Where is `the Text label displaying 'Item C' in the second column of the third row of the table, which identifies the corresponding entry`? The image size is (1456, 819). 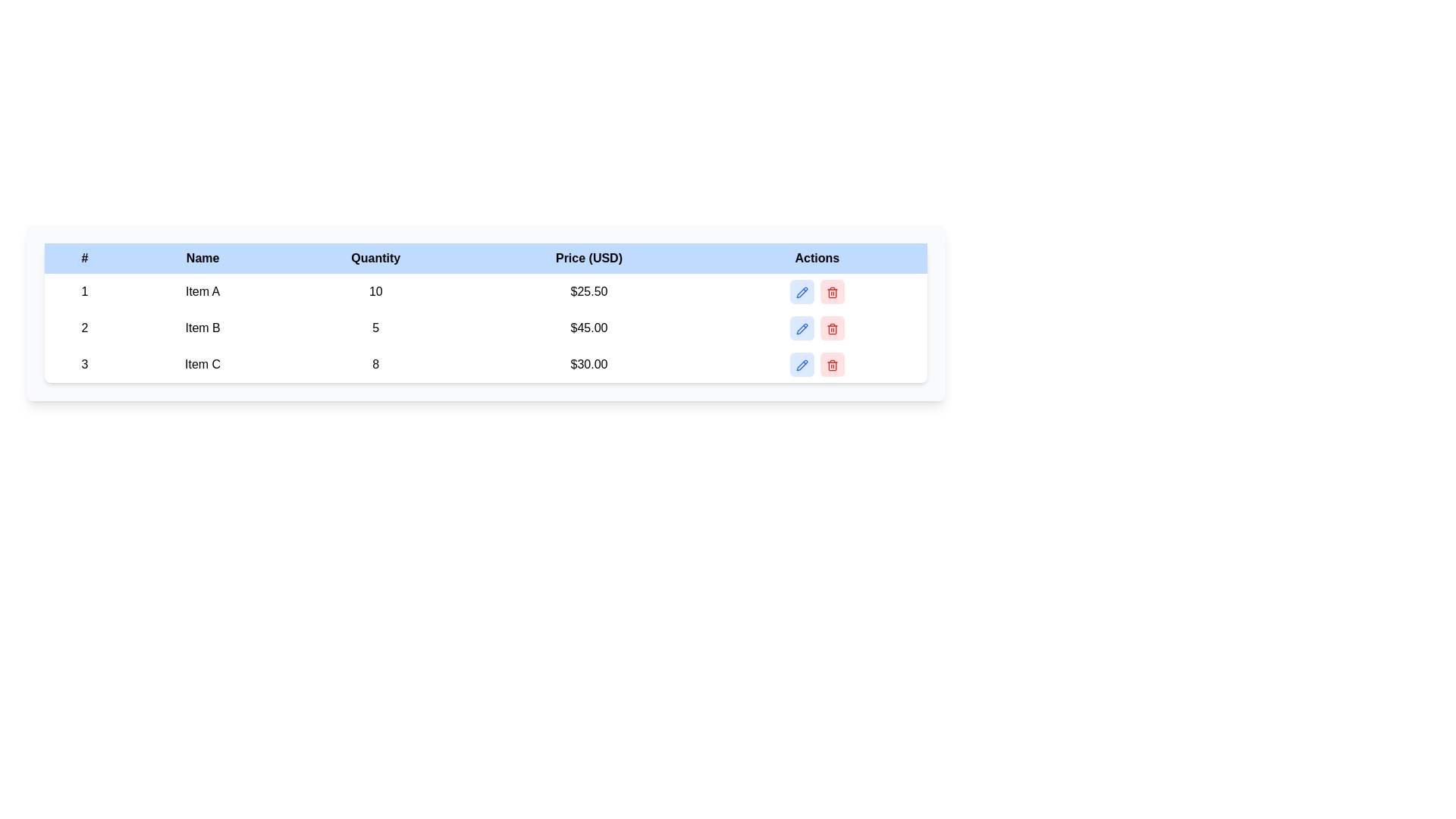 the Text label displaying 'Item C' in the second column of the third row of the table, which identifies the corresponding entry is located at coordinates (202, 365).